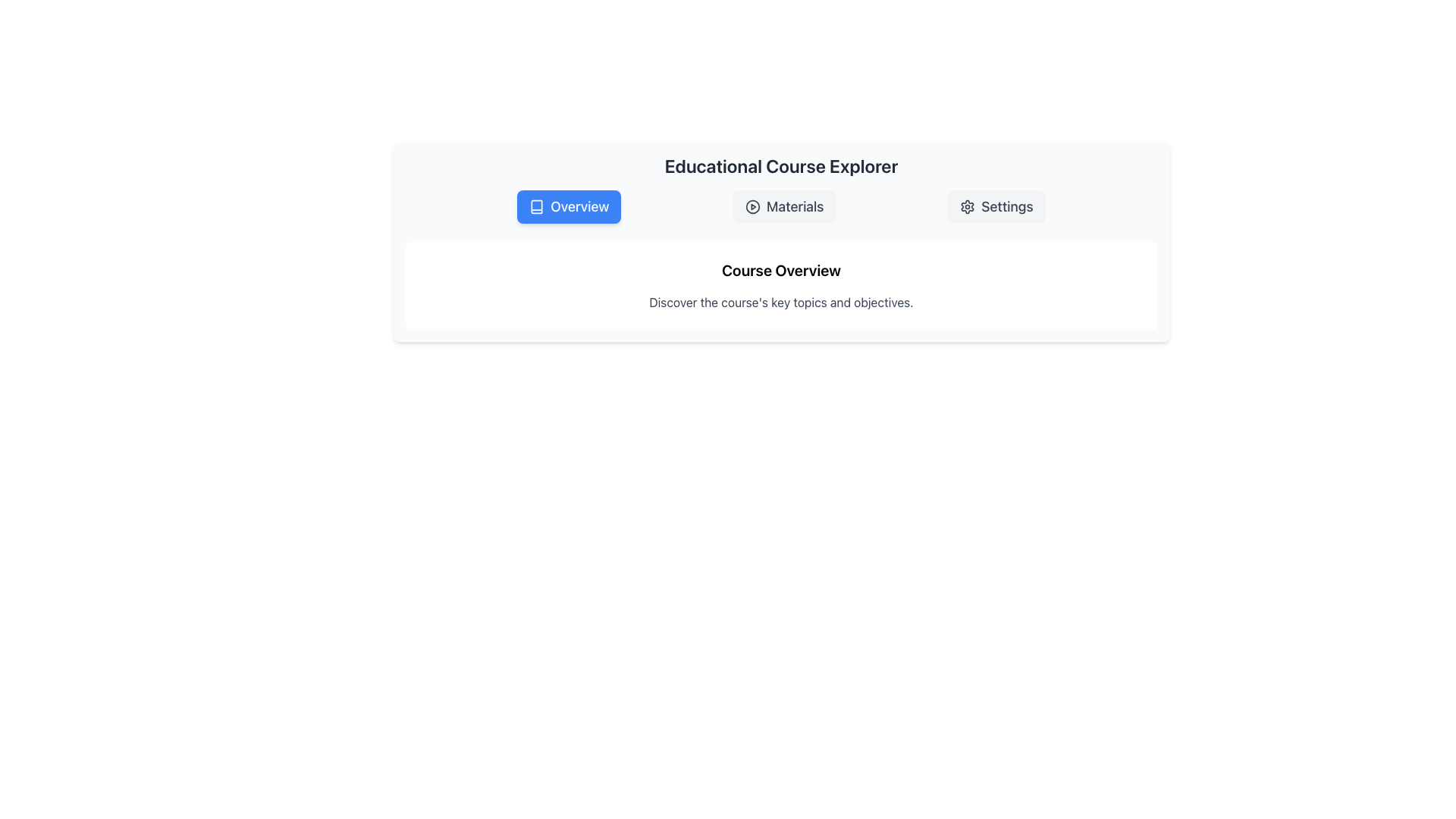 Image resolution: width=1456 pixels, height=819 pixels. I want to click on the 'Settings' static text label, which is styled in a clean sans-serif font and located to the right of a gear icon in the navigation options at the top-right corner of the UI, so click(1007, 207).